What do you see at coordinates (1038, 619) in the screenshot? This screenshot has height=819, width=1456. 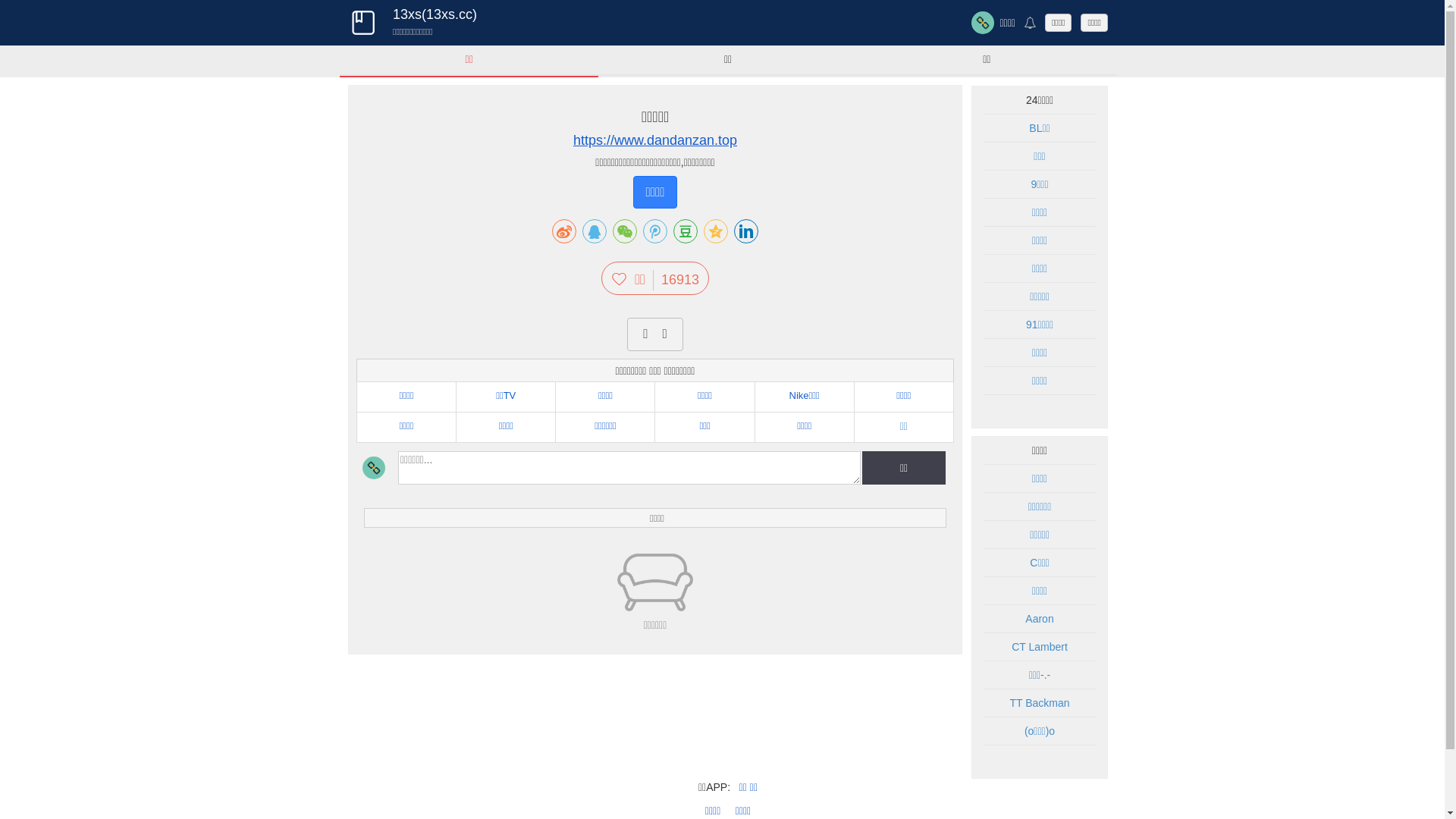 I see `'Aaron'` at bounding box center [1038, 619].